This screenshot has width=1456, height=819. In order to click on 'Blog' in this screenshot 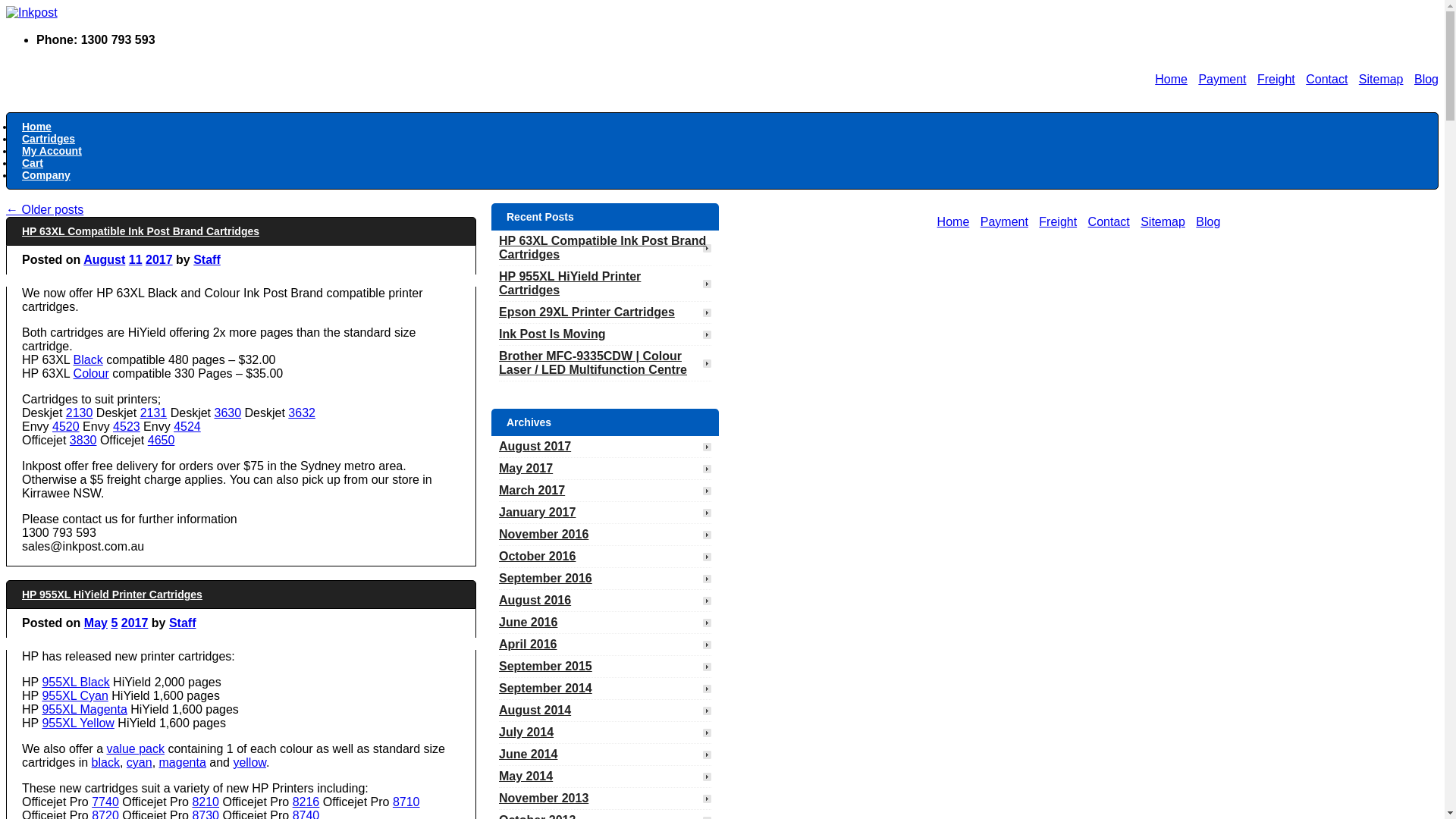, I will do `click(1414, 79)`.